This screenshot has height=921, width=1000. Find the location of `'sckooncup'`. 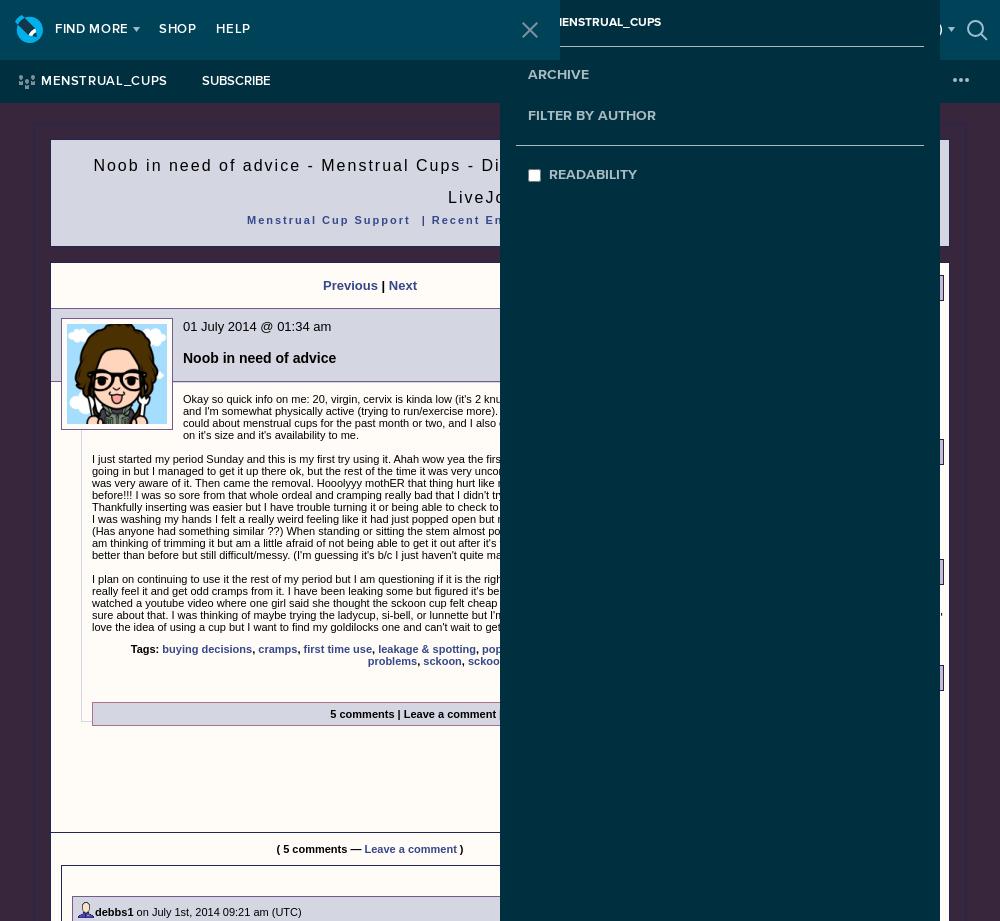

'sckooncup' is located at coordinates (495, 661).